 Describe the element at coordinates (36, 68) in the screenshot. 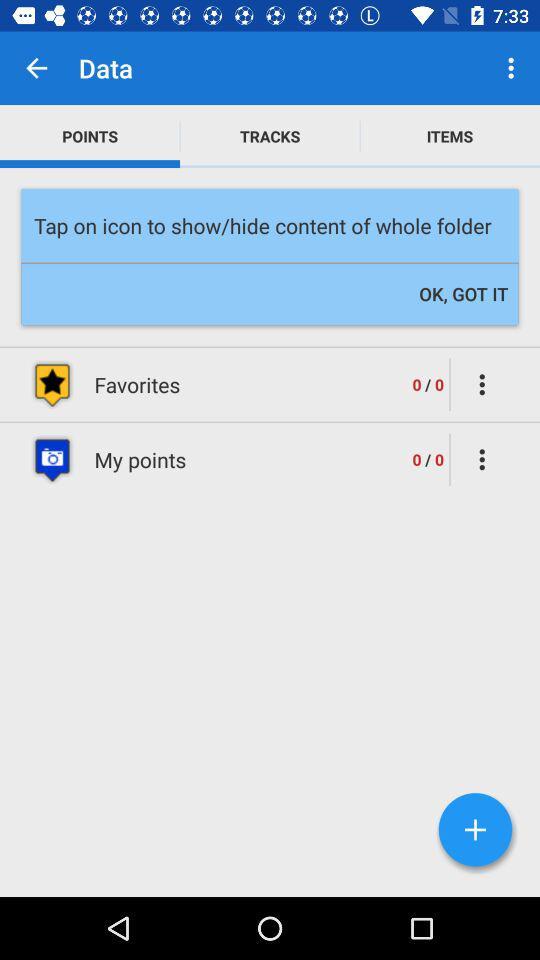

I see `item above points item` at that location.